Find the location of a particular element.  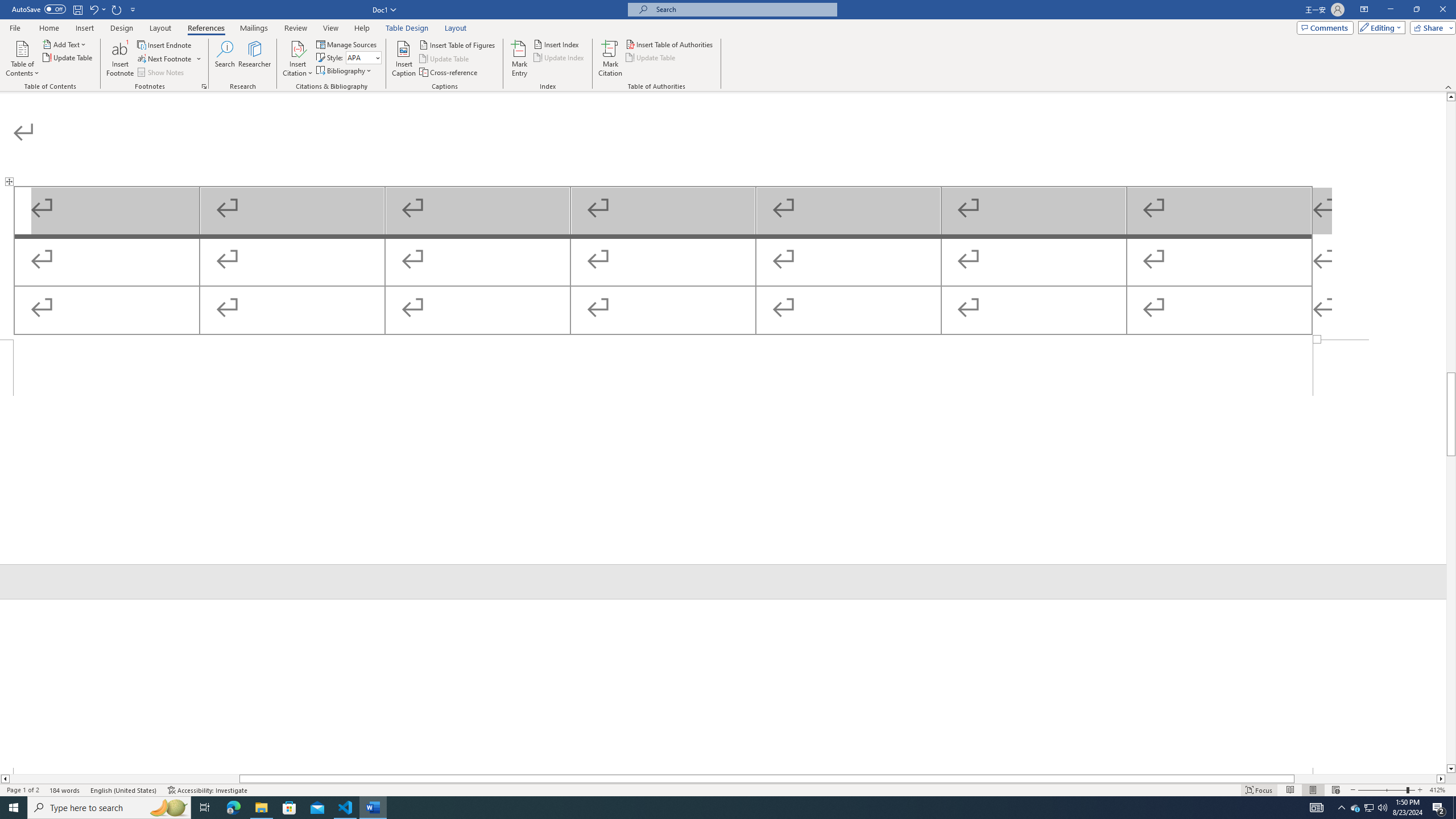

'Insert Index...' is located at coordinates (556, 44).